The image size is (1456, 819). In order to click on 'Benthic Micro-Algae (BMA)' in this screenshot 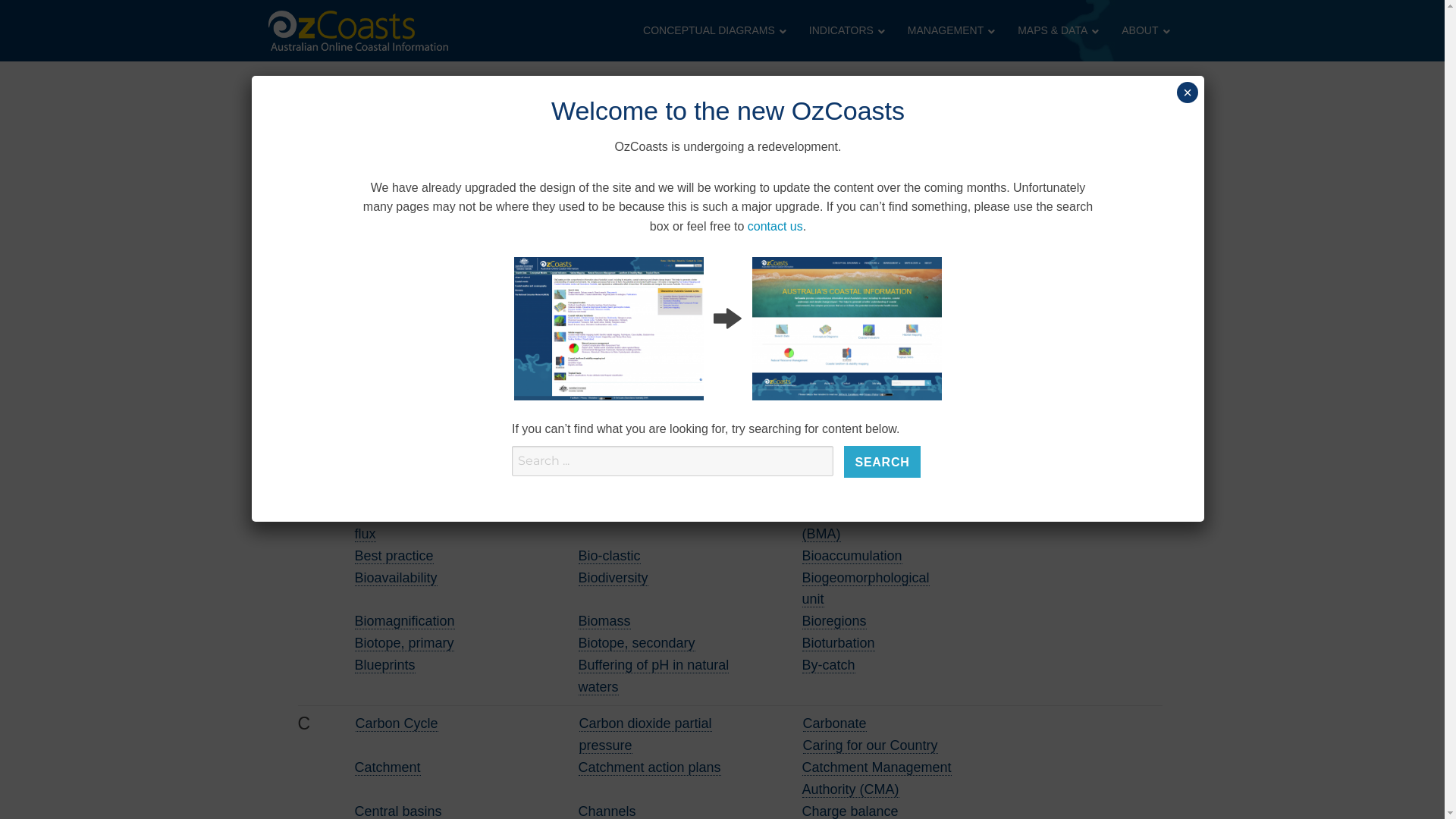, I will do `click(801, 522)`.